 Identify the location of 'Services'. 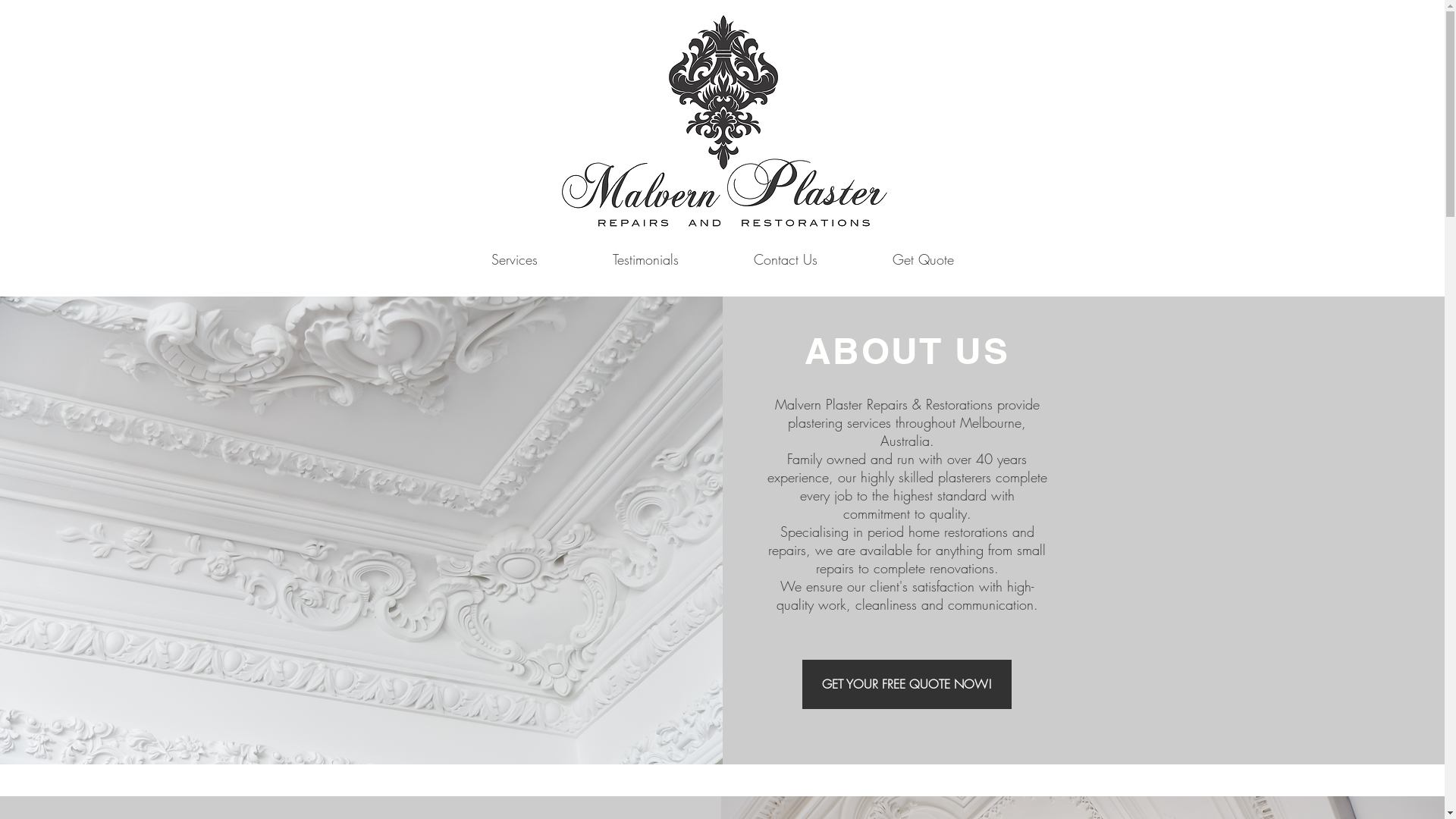
(513, 259).